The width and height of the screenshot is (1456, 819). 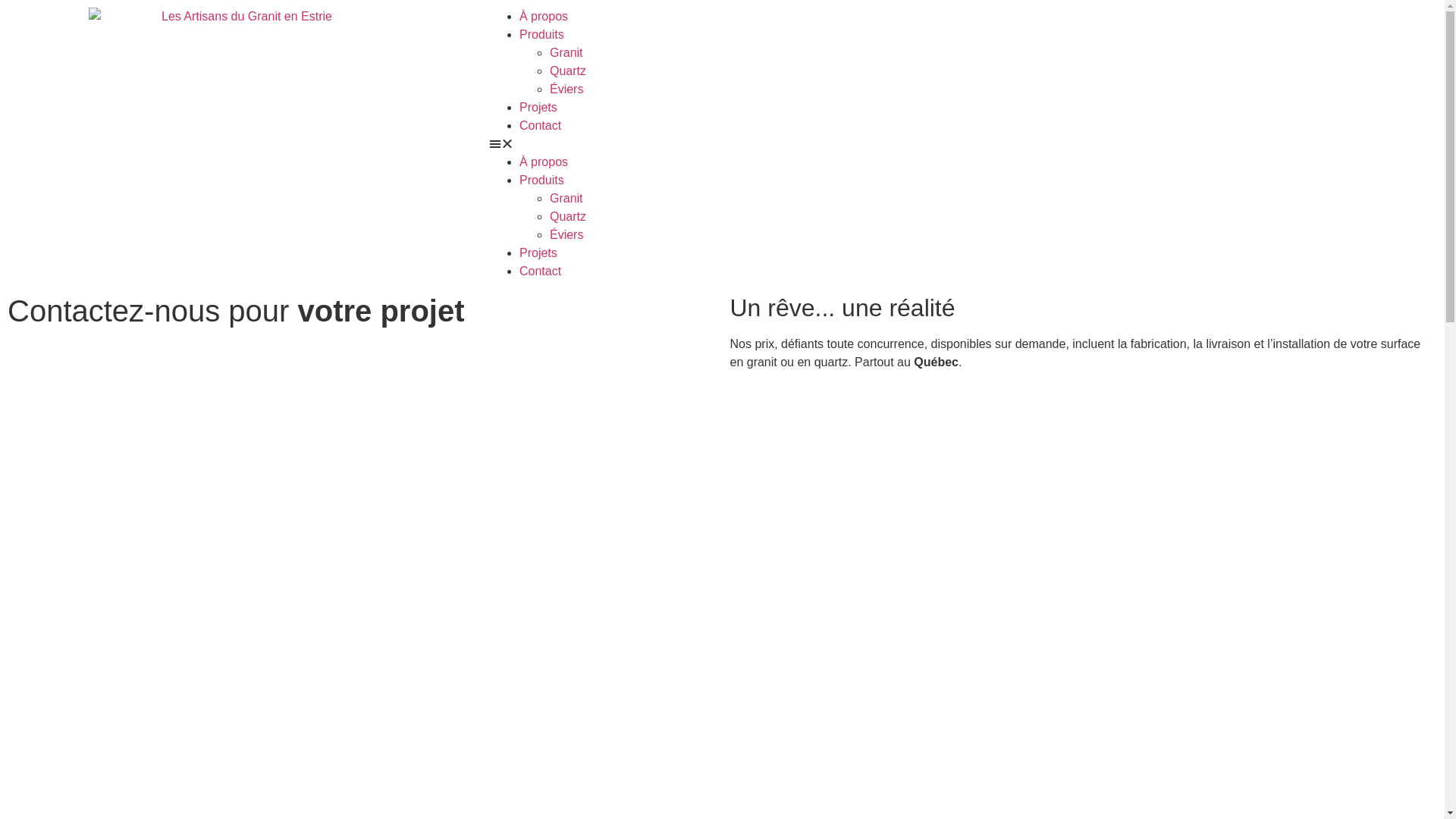 What do you see at coordinates (519, 106) in the screenshot?
I see `'Projets'` at bounding box center [519, 106].